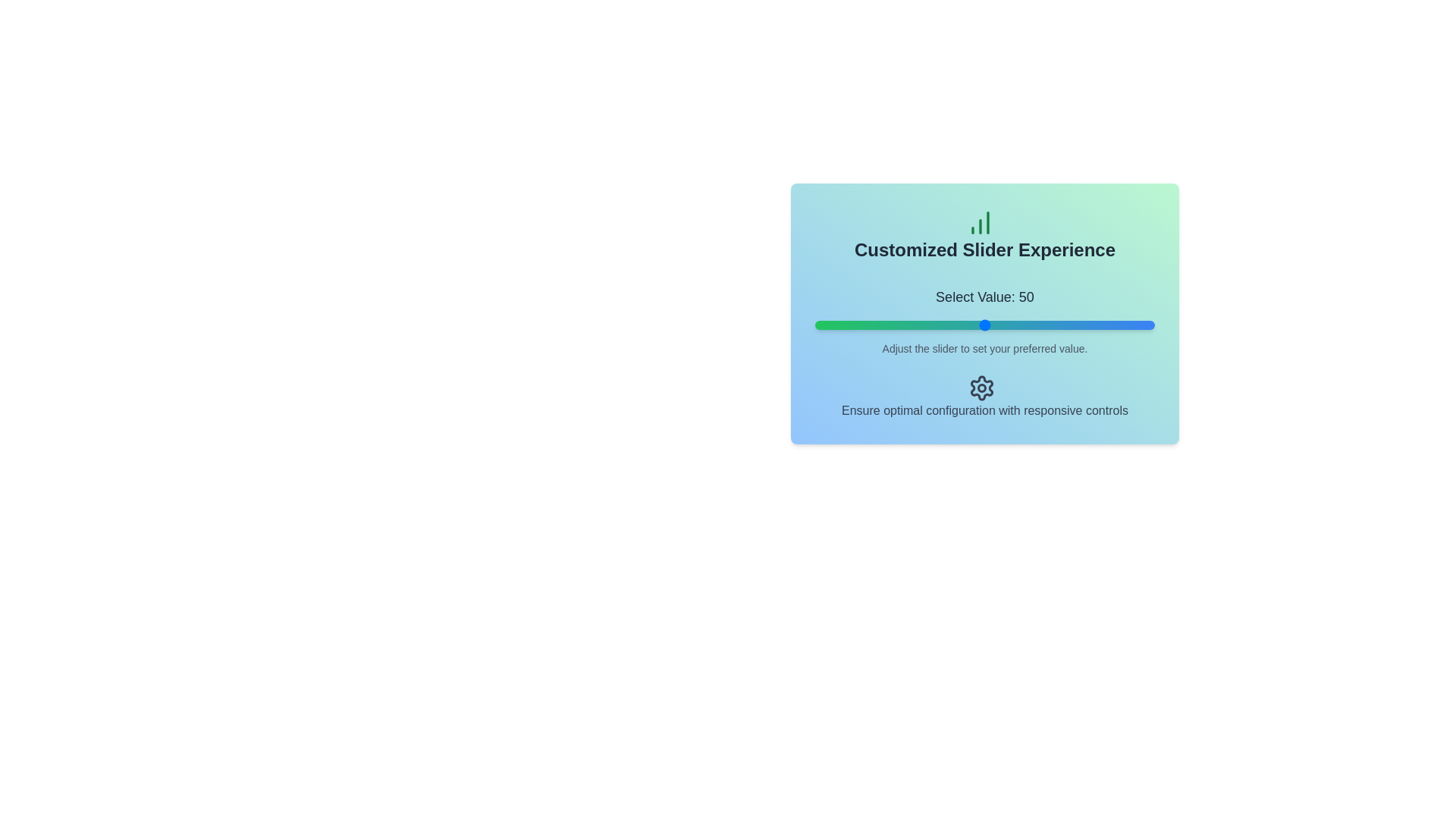 This screenshot has height=819, width=1456. What do you see at coordinates (883, 324) in the screenshot?
I see `the slider to set its value to 20` at bounding box center [883, 324].